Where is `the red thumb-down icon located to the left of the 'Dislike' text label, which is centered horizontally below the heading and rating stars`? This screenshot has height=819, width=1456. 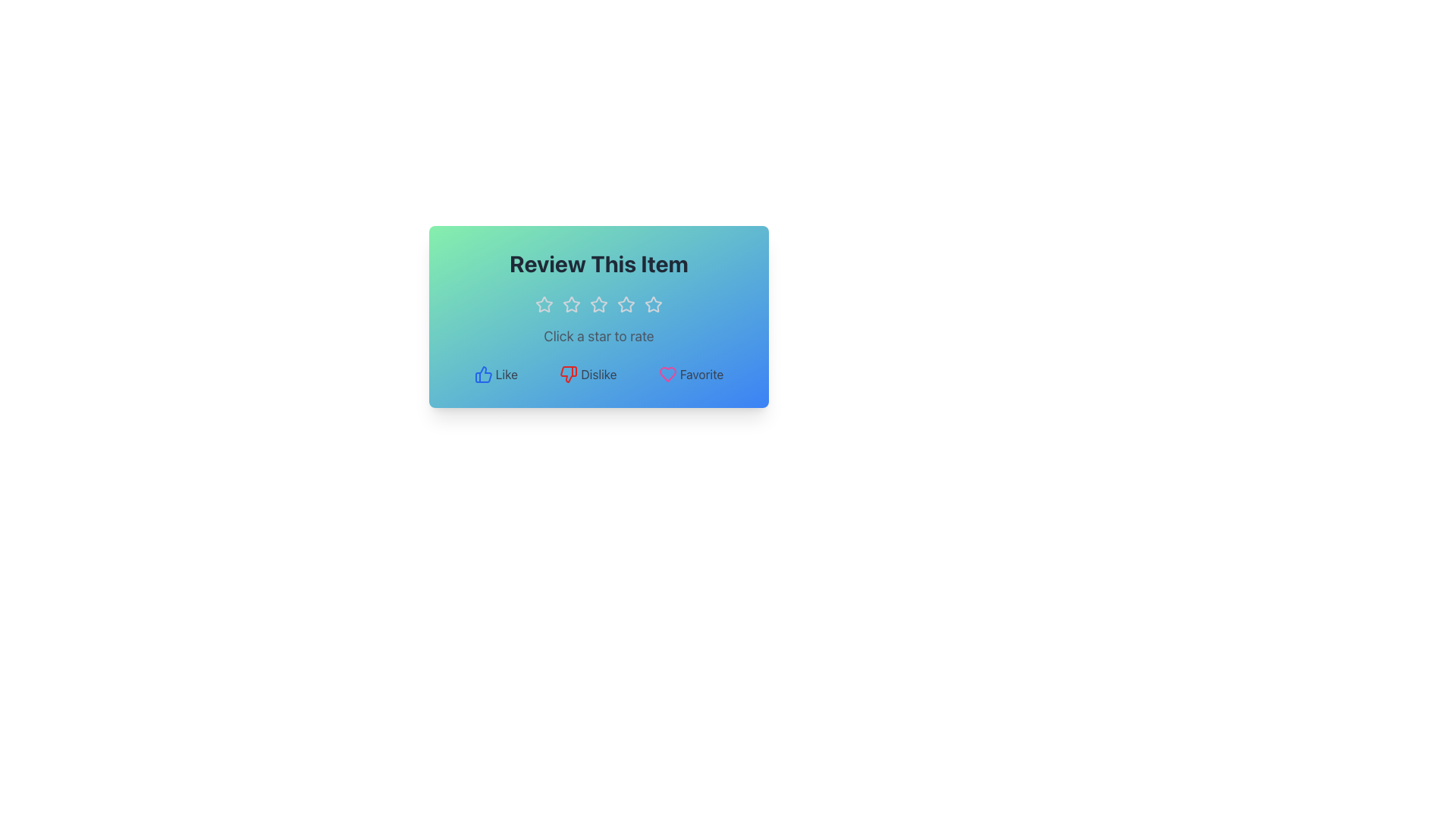 the red thumb-down icon located to the left of the 'Dislike' text label, which is centered horizontally below the heading and rating stars is located at coordinates (568, 374).